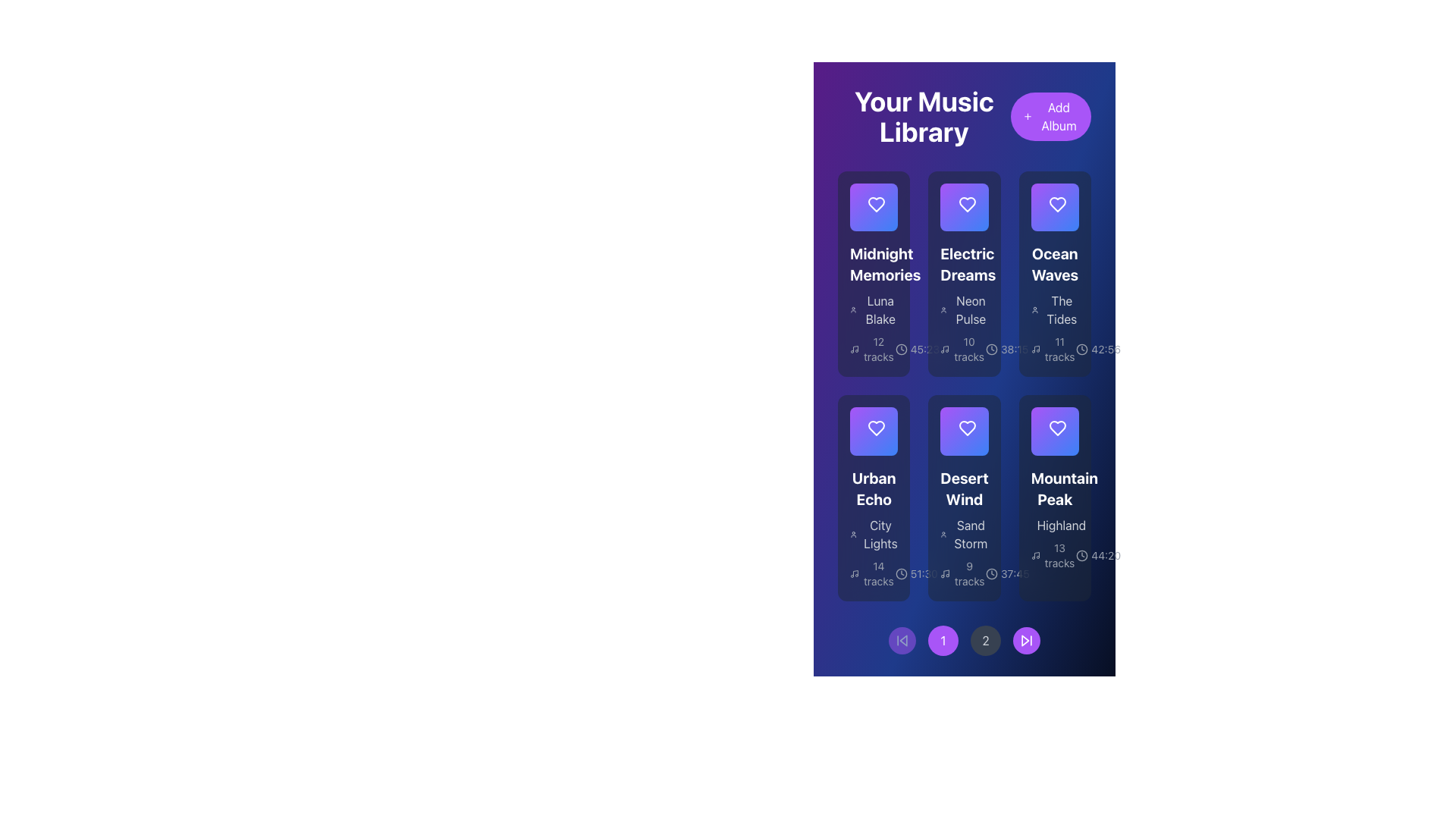 The width and height of the screenshot is (1456, 819). Describe the element at coordinates (1057, 205) in the screenshot. I see `the heart-shaped icon located in the third card of the top row, beneath the album title 'Ocean Waves'` at that location.